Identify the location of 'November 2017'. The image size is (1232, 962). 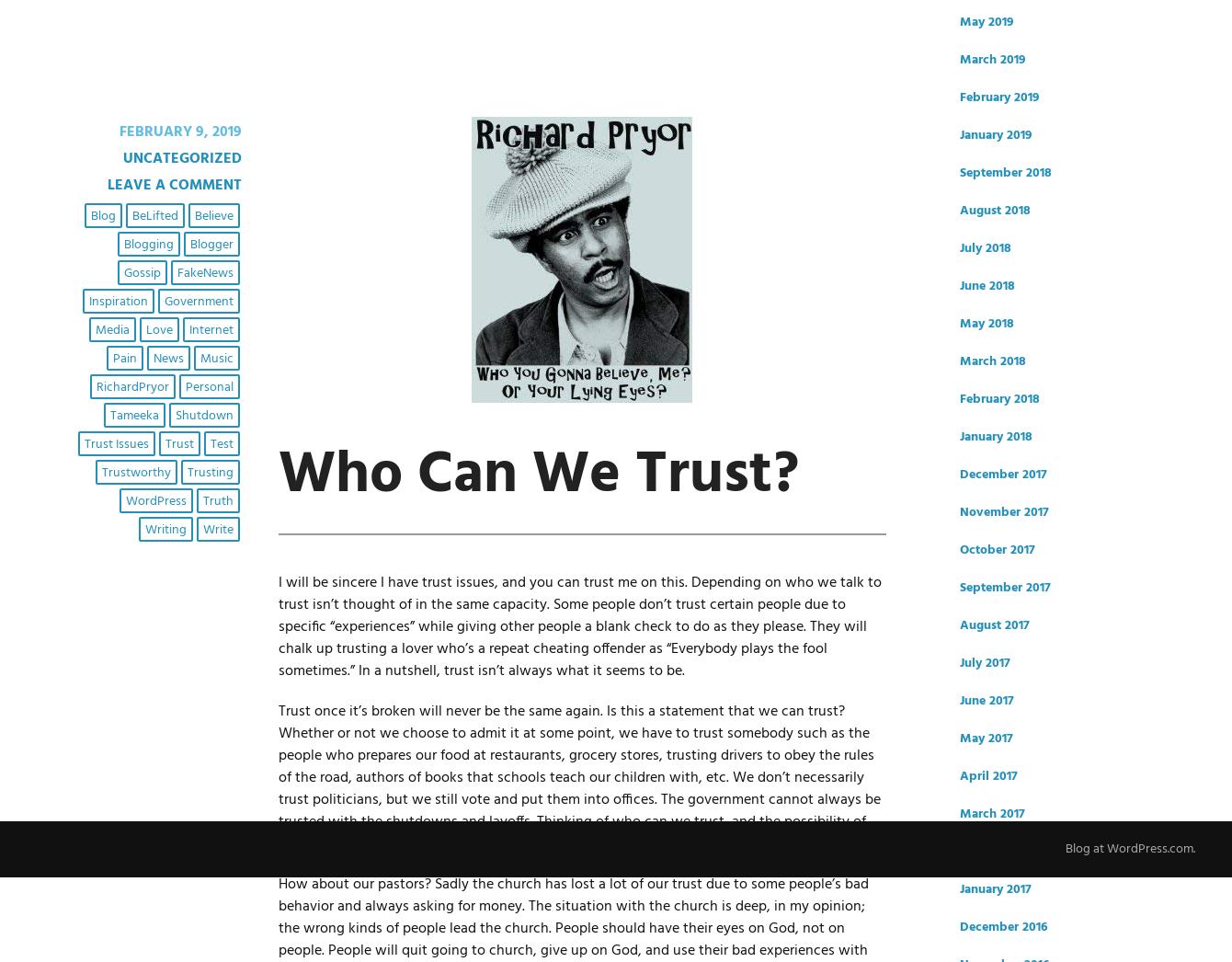
(1004, 511).